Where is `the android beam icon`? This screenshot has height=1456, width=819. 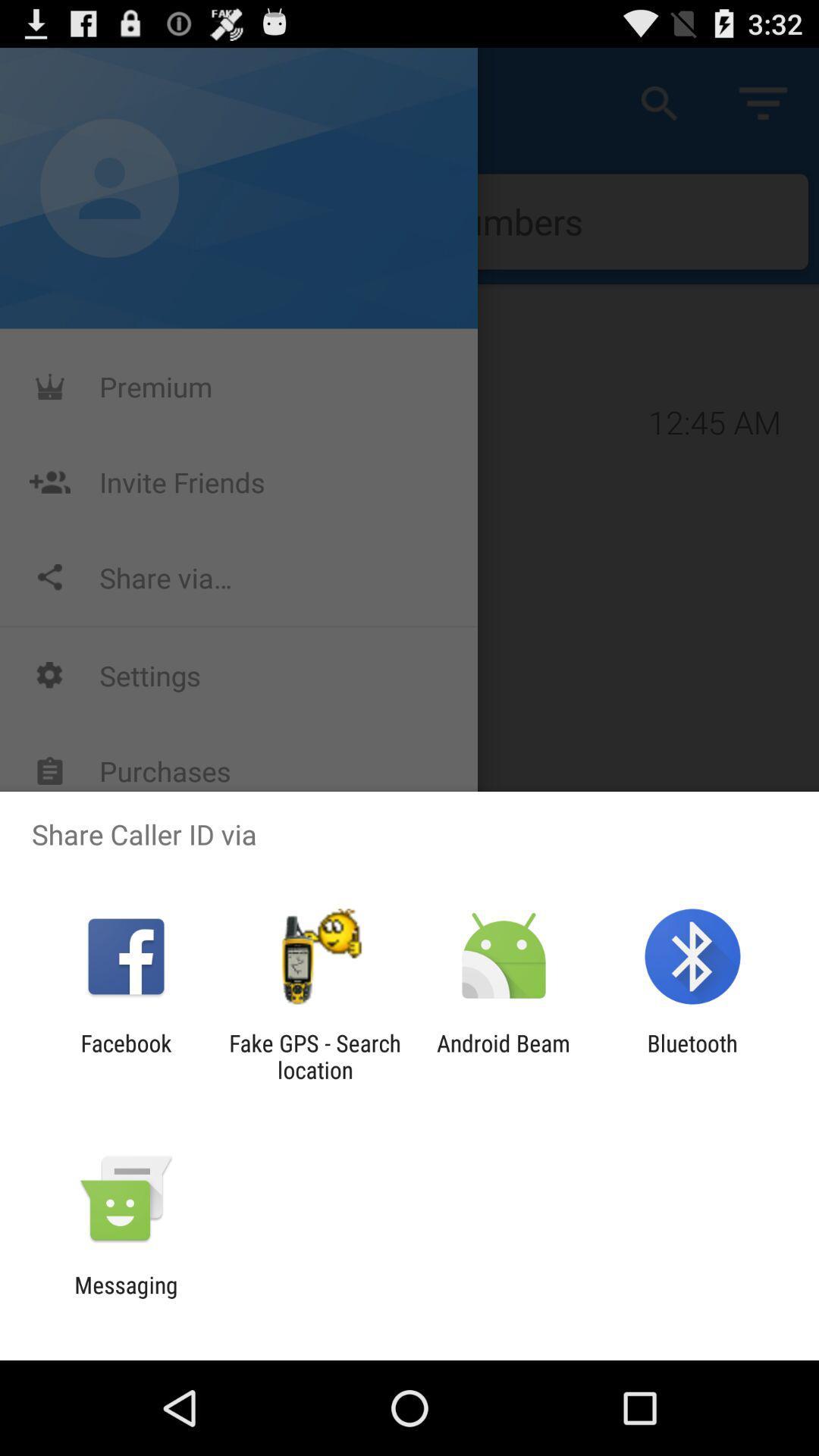 the android beam icon is located at coordinates (504, 1056).